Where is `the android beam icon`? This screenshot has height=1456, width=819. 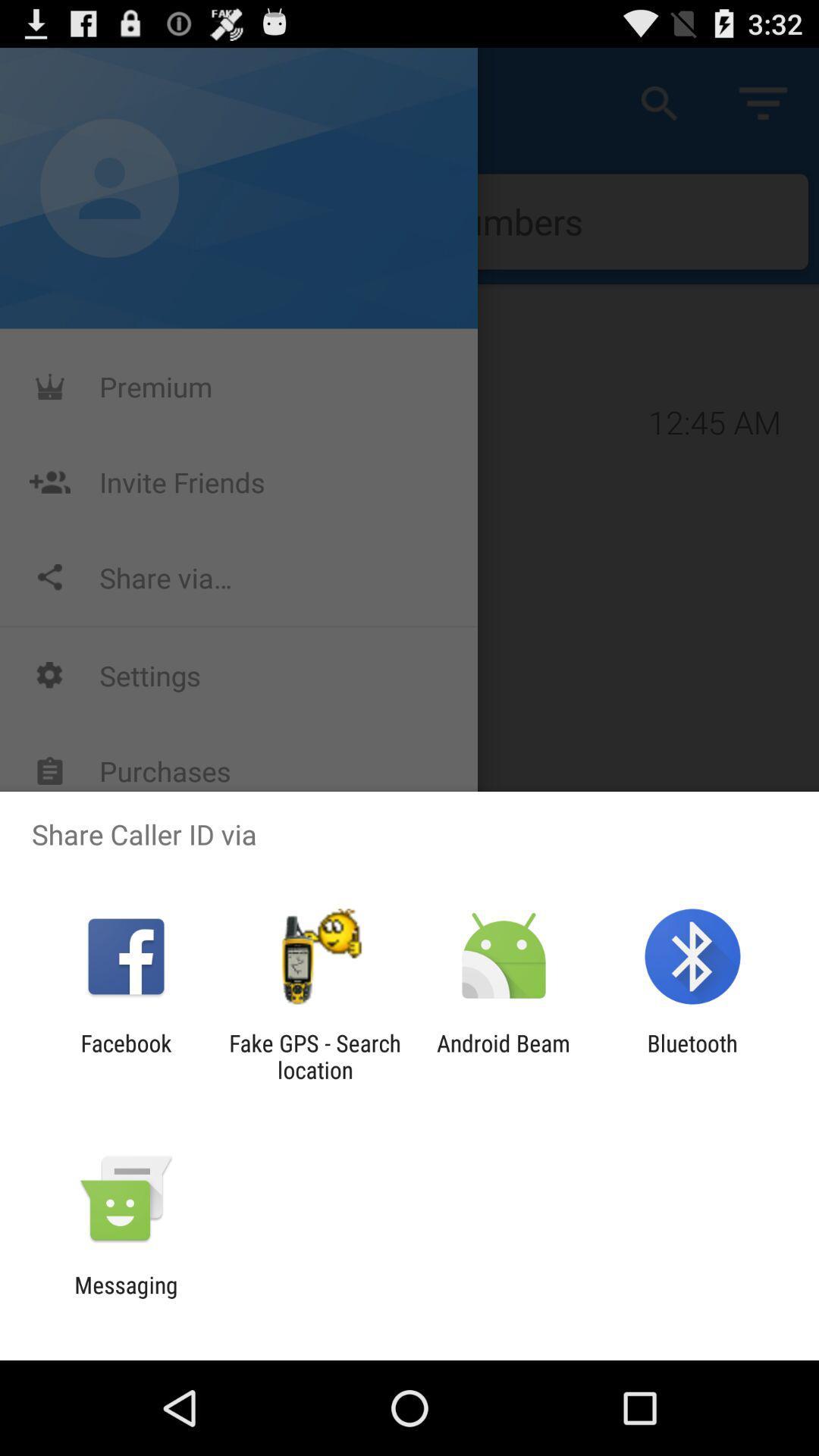 the android beam icon is located at coordinates (504, 1056).